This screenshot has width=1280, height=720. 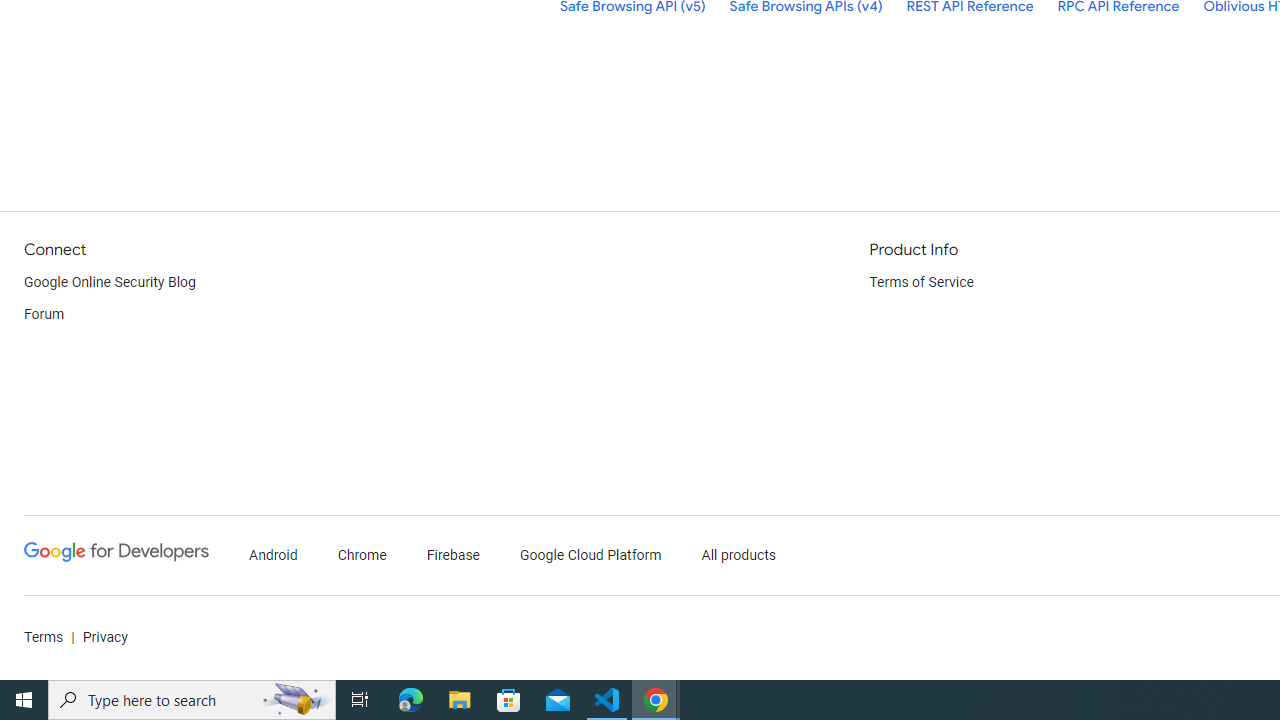 I want to click on 'Google Online Security Blog', so click(x=109, y=282).